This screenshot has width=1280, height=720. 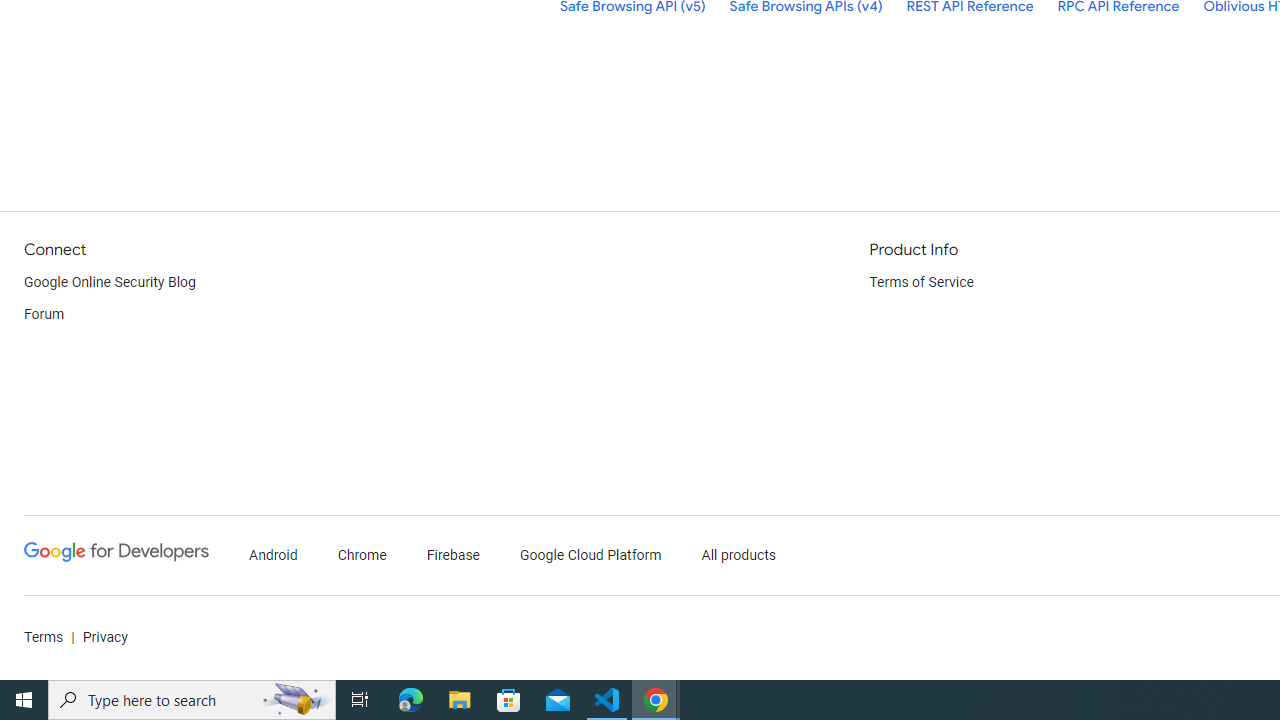 I want to click on 'Google Online Security Blog', so click(x=109, y=282).